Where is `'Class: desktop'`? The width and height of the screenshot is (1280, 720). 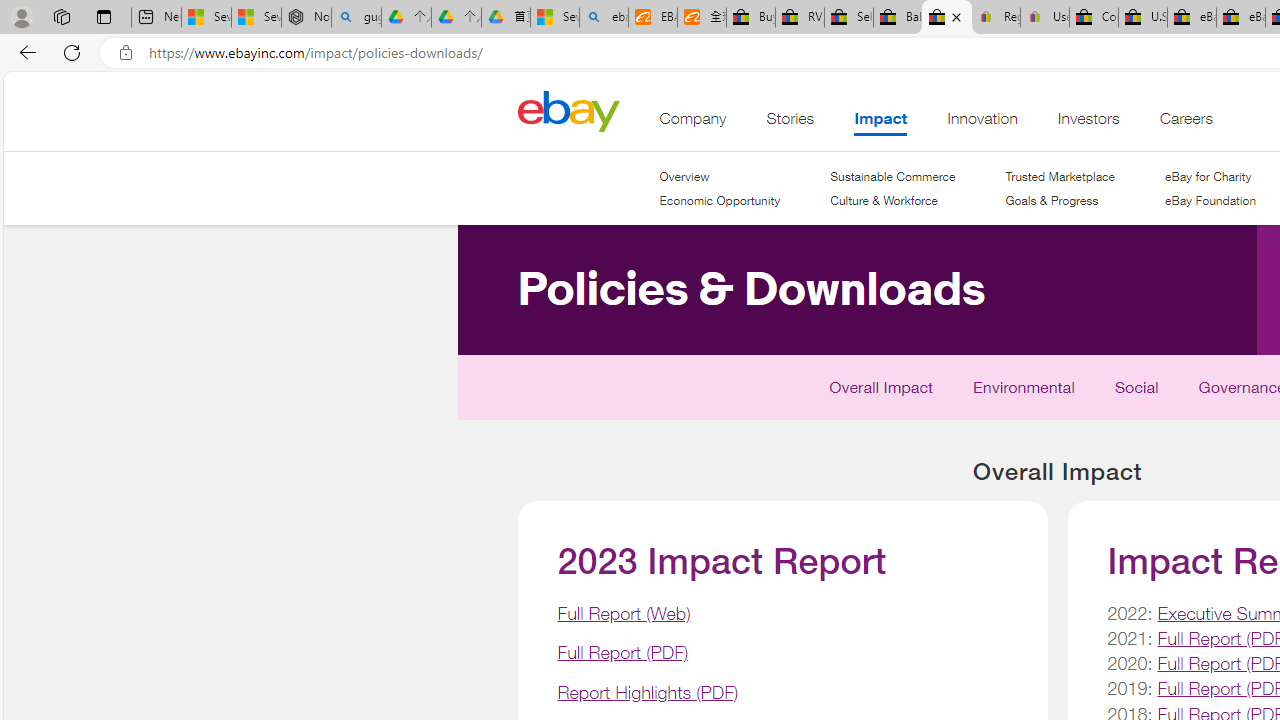
'Class: desktop' is located at coordinates (567, 111).